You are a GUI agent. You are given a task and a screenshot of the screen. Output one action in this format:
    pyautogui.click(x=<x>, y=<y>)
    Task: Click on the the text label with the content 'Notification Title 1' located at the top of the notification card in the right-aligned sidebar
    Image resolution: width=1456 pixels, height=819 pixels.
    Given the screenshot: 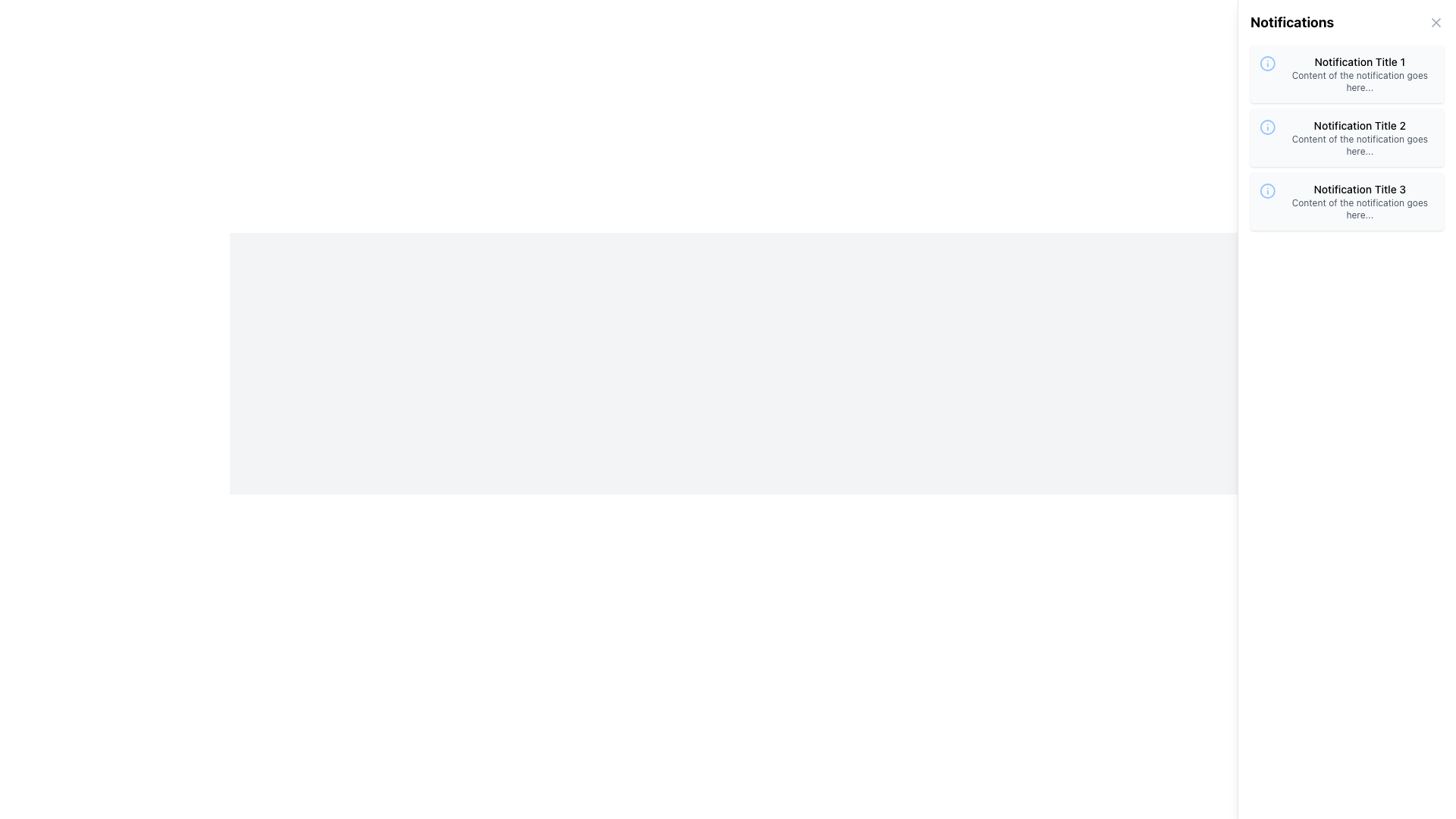 What is the action you would take?
    pyautogui.click(x=1360, y=61)
    